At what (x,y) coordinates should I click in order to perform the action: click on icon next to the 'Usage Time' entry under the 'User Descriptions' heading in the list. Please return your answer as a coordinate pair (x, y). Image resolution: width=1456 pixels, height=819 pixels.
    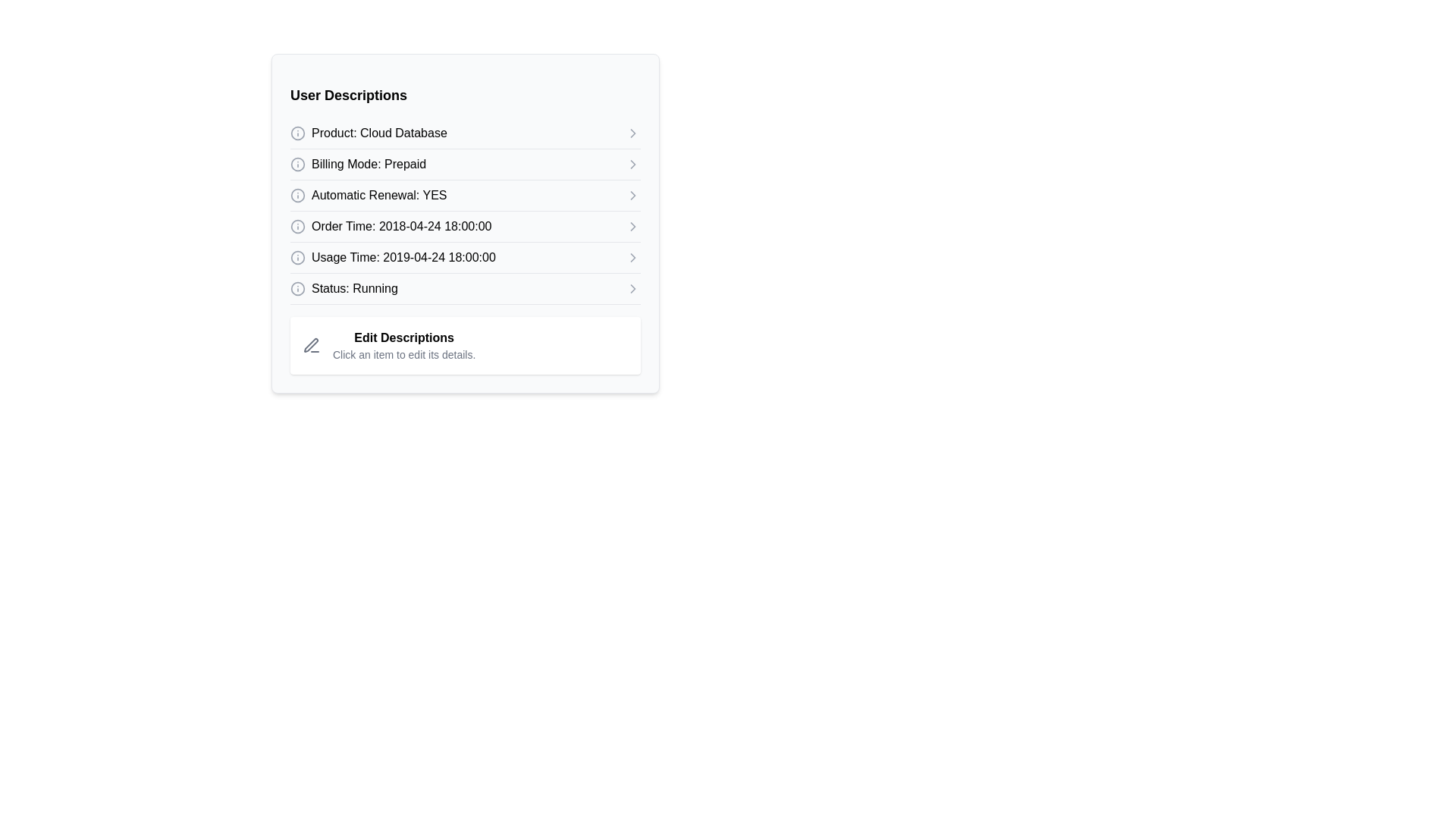
    Looking at the image, I should click on (298, 256).